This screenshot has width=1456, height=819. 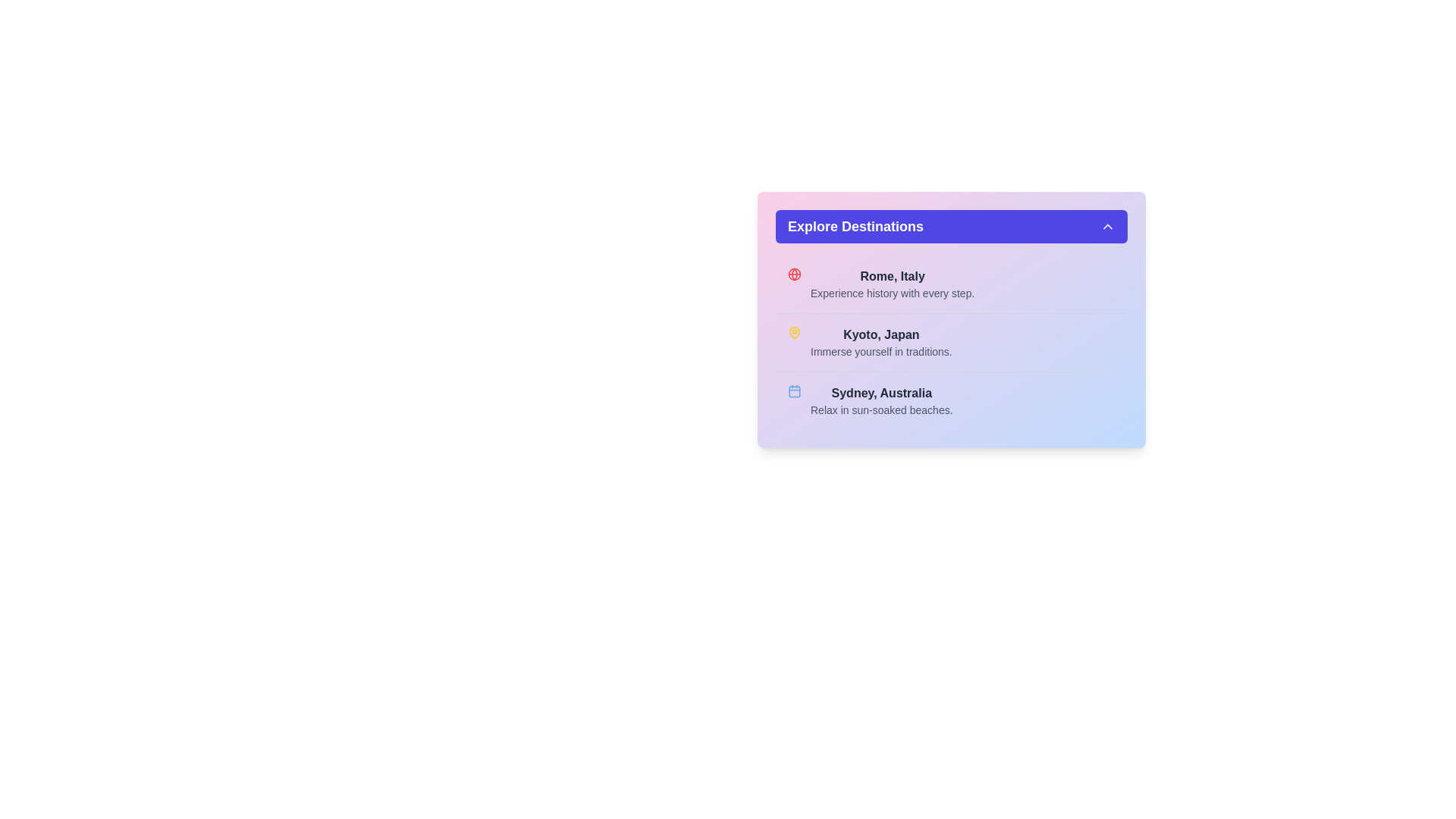 What do you see at coordinates (793, 332) in the screenshot?
I see `the icon that marks the location-related item in the 'Explore Destinations' panel, aligned with the text 'Kyoto, Japan'` at bounding box center [793, 332].